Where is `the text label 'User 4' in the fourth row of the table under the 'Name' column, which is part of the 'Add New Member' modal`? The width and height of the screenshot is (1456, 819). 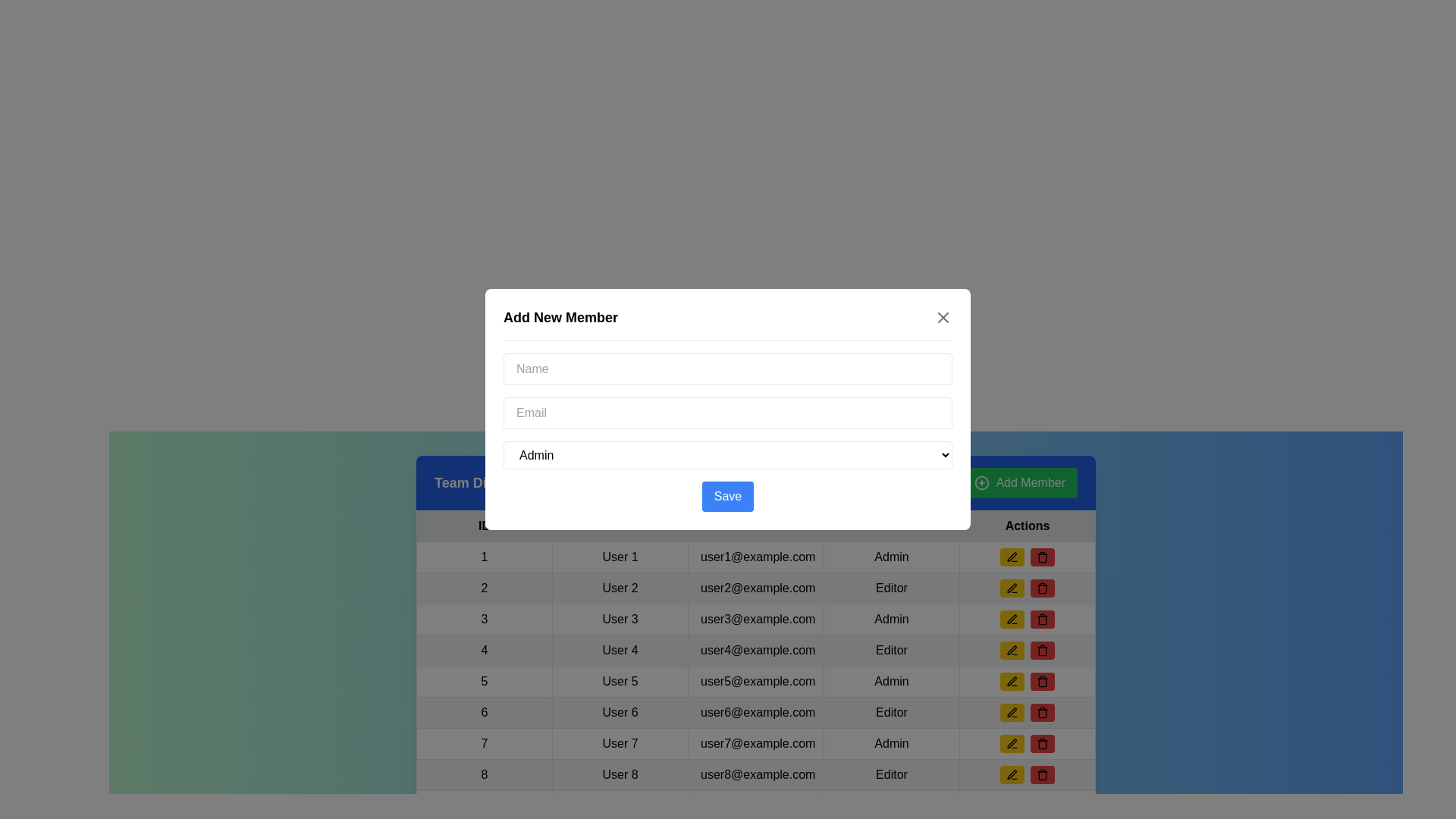
the text label 'User 4' in the fourth row of the table under the 'Name' column, which is part of the 'Add New Member' modal is located at coordinates (620, 649).